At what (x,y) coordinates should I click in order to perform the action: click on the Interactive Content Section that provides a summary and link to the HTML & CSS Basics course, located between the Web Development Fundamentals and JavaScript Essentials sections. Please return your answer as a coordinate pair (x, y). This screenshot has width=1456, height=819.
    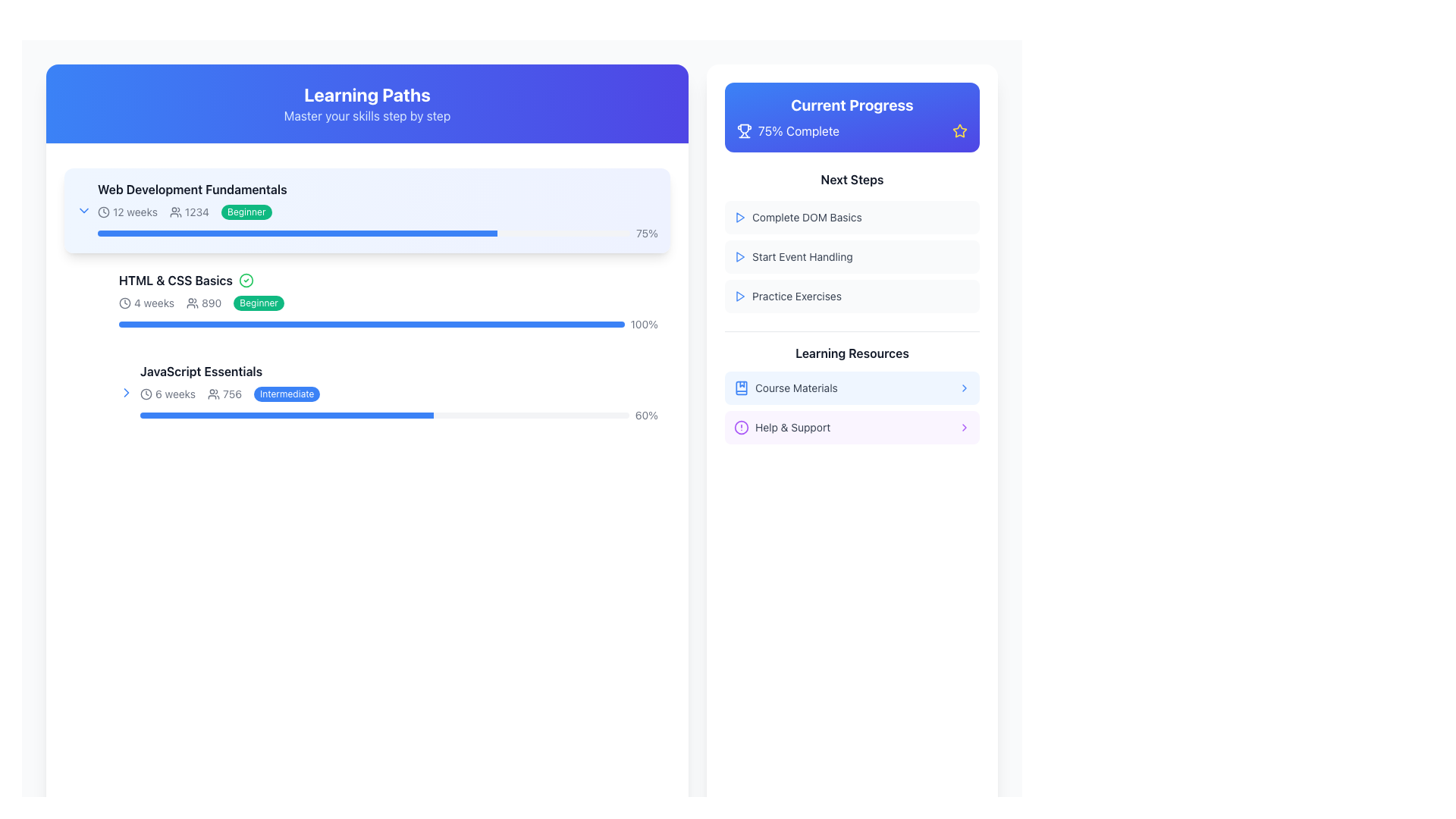
    Looking at the image, I should click on (367, 301).